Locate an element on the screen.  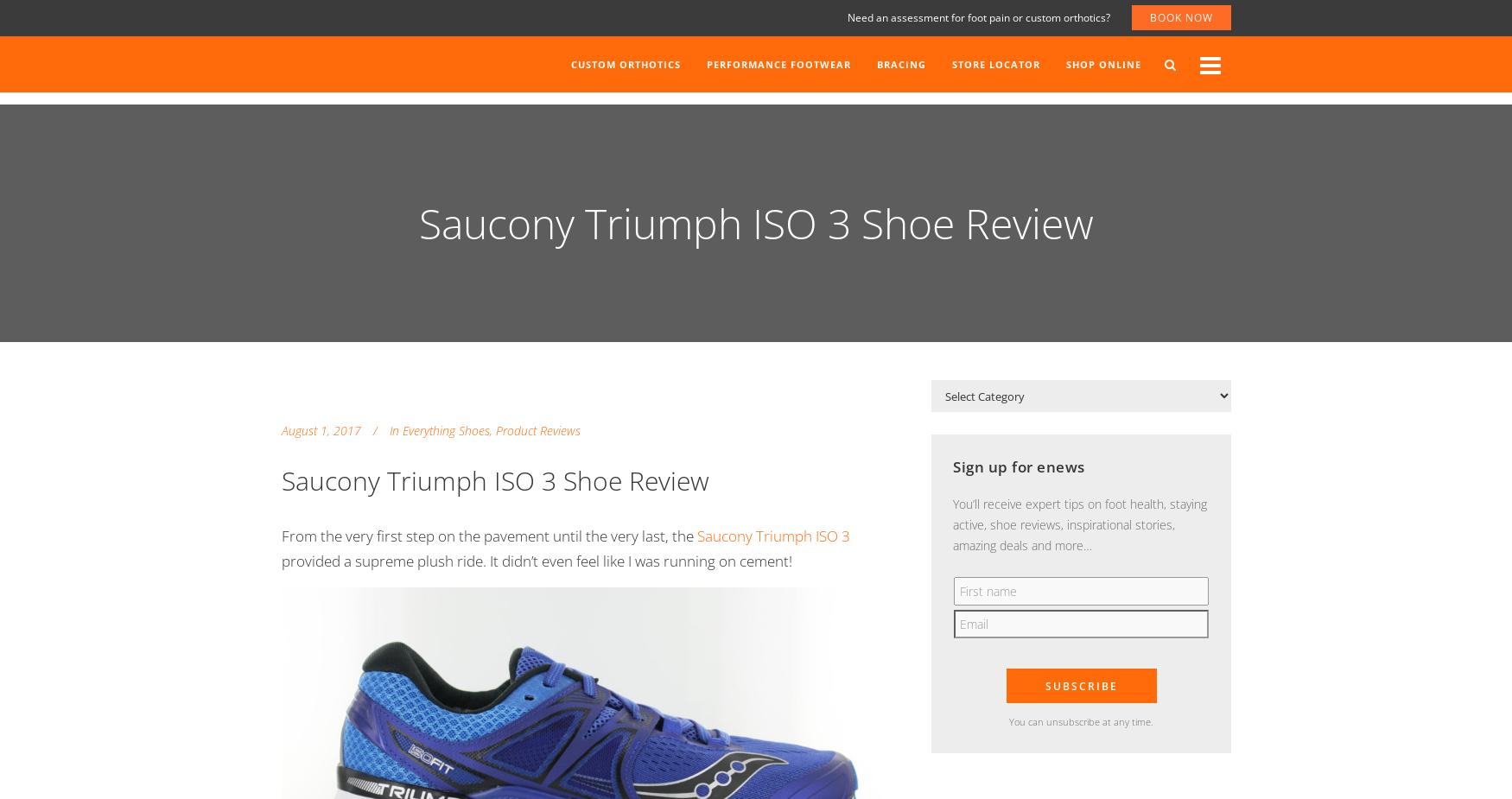
',' is located at coordinates (490, 430).